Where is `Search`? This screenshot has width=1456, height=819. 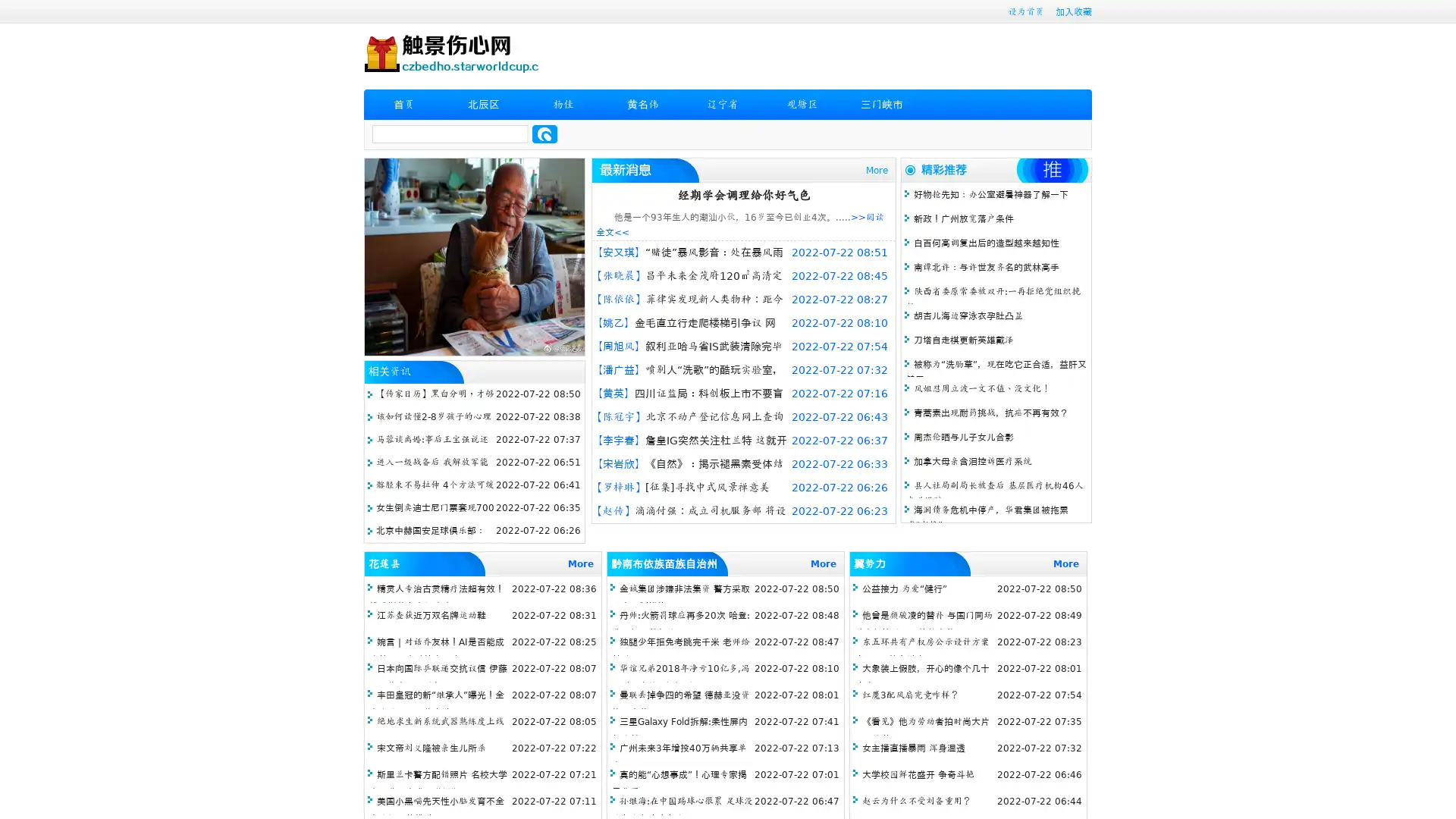 Search is located at coordinates (544, 133).